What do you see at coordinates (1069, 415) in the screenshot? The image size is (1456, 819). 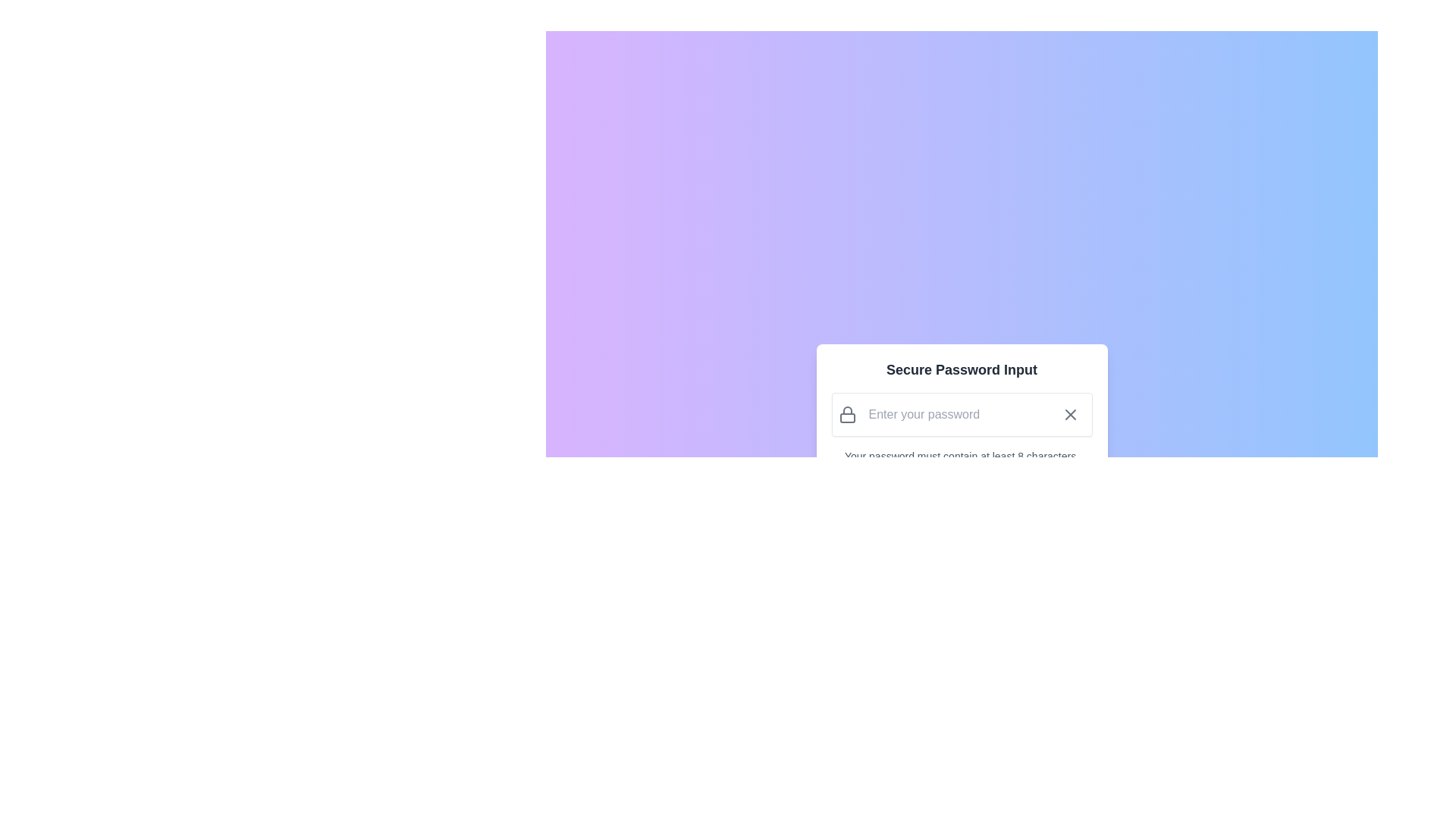 I see `the clear button icon located at the right end of the Secure Password Input field to clear any entered text` at bounding box center [1069, 415].